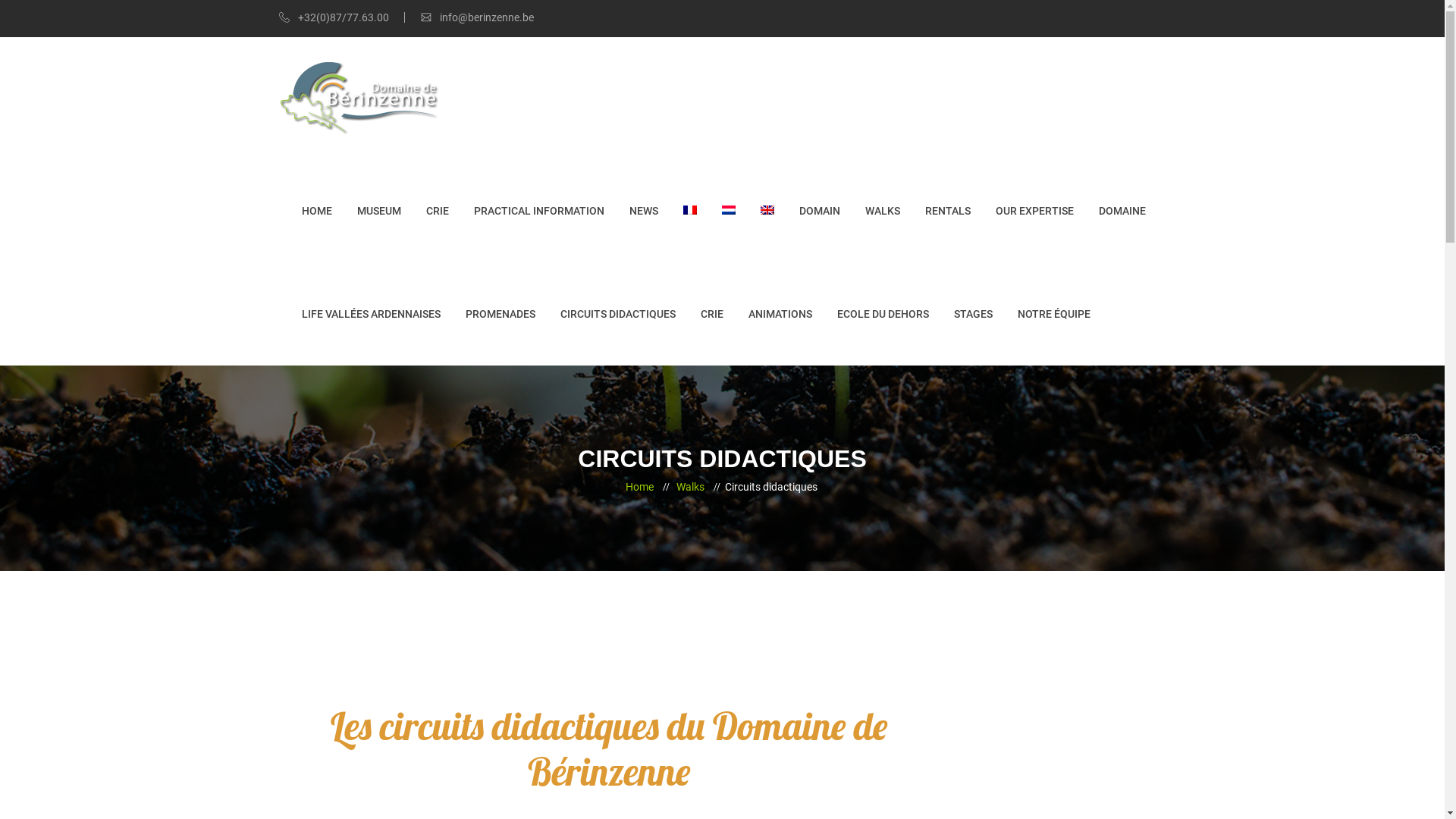 The image size is (1456, 819). Describe the element at coordinates (500, 312) in the screenshot. I see `'PROMENADES'` at that location.